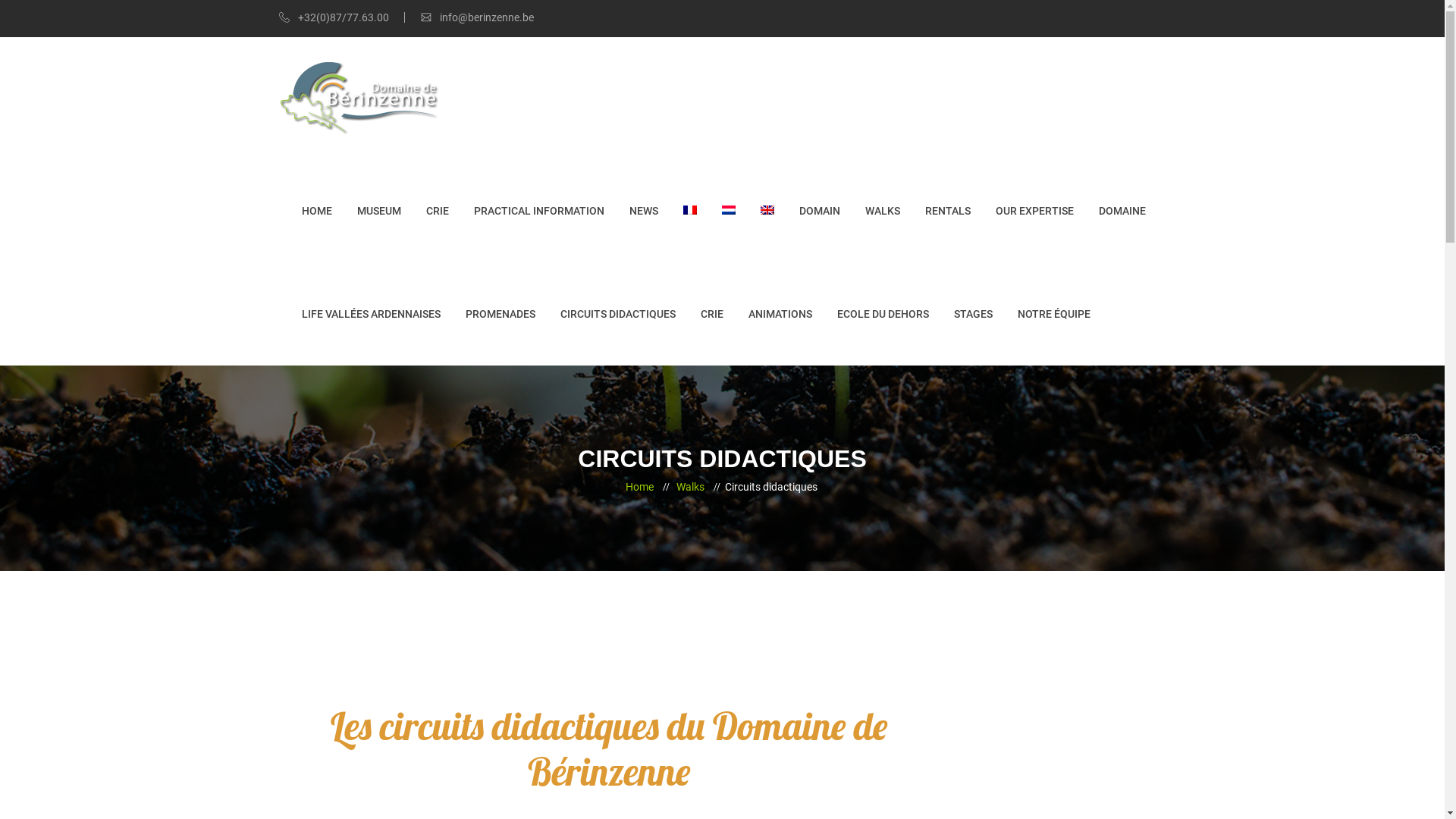 The image size is (1456, 819). Describe the element at coordinates (500, 312) in the screenshot. I see `'PROMENADES'` at that location.